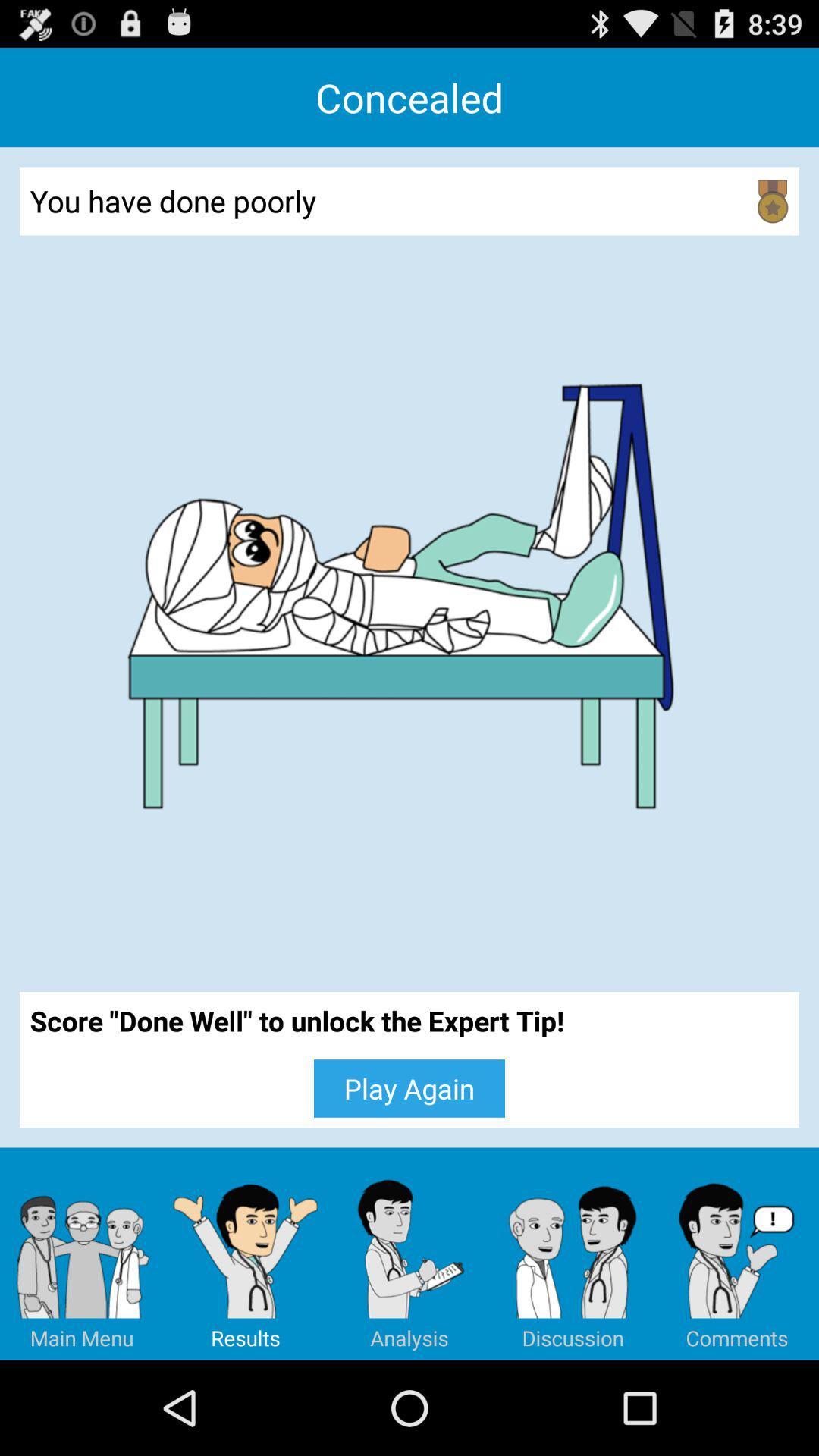 The height and width of the screenshot is (1456, 819). Describe the element at coordinates (409, 1254) in the screenshot. I see `item below the play again item` at that location.